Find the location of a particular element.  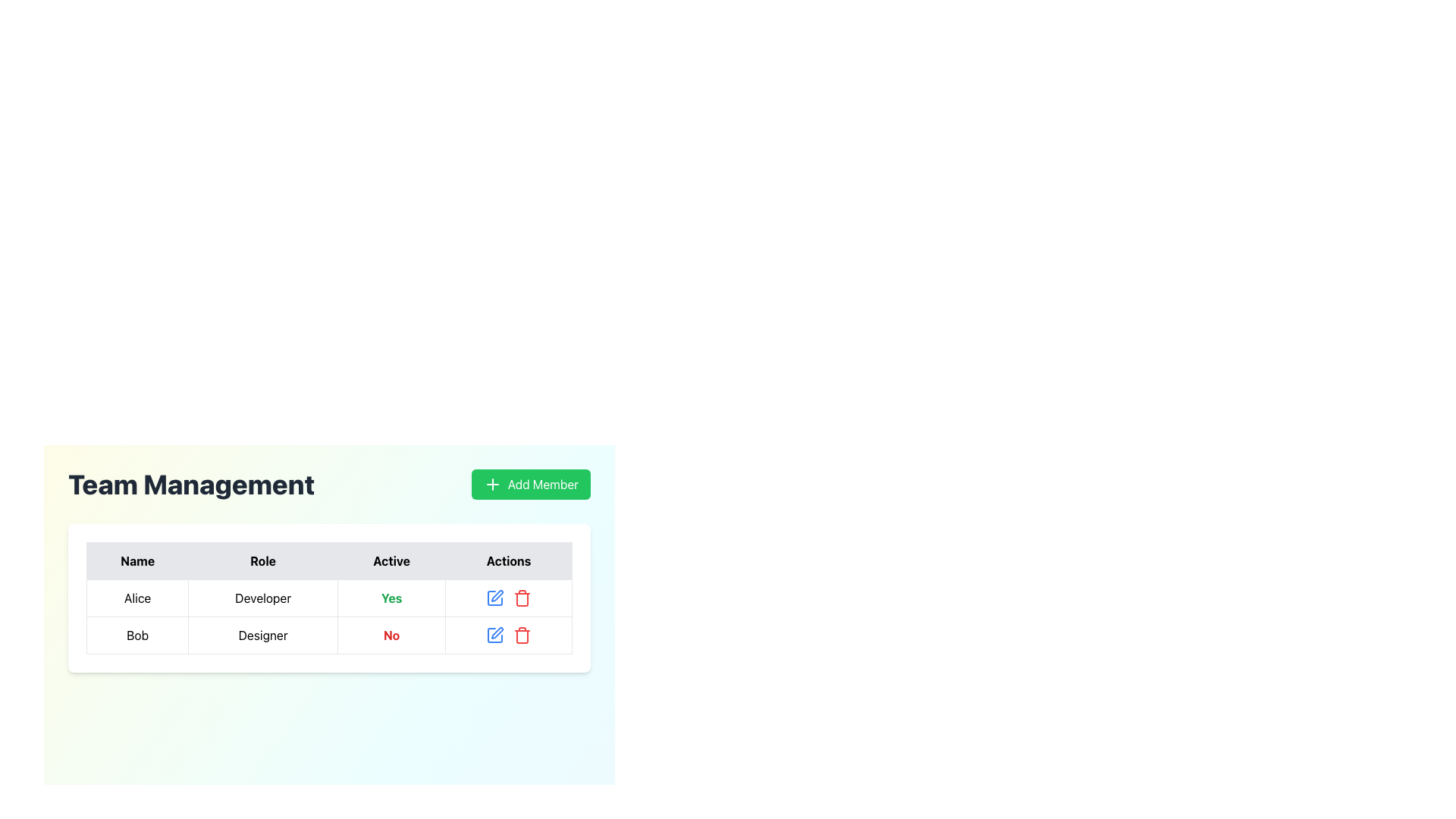

the edit icon in the 'Actions' column for the team member 'Bob' is located at coordinates (495, 635).